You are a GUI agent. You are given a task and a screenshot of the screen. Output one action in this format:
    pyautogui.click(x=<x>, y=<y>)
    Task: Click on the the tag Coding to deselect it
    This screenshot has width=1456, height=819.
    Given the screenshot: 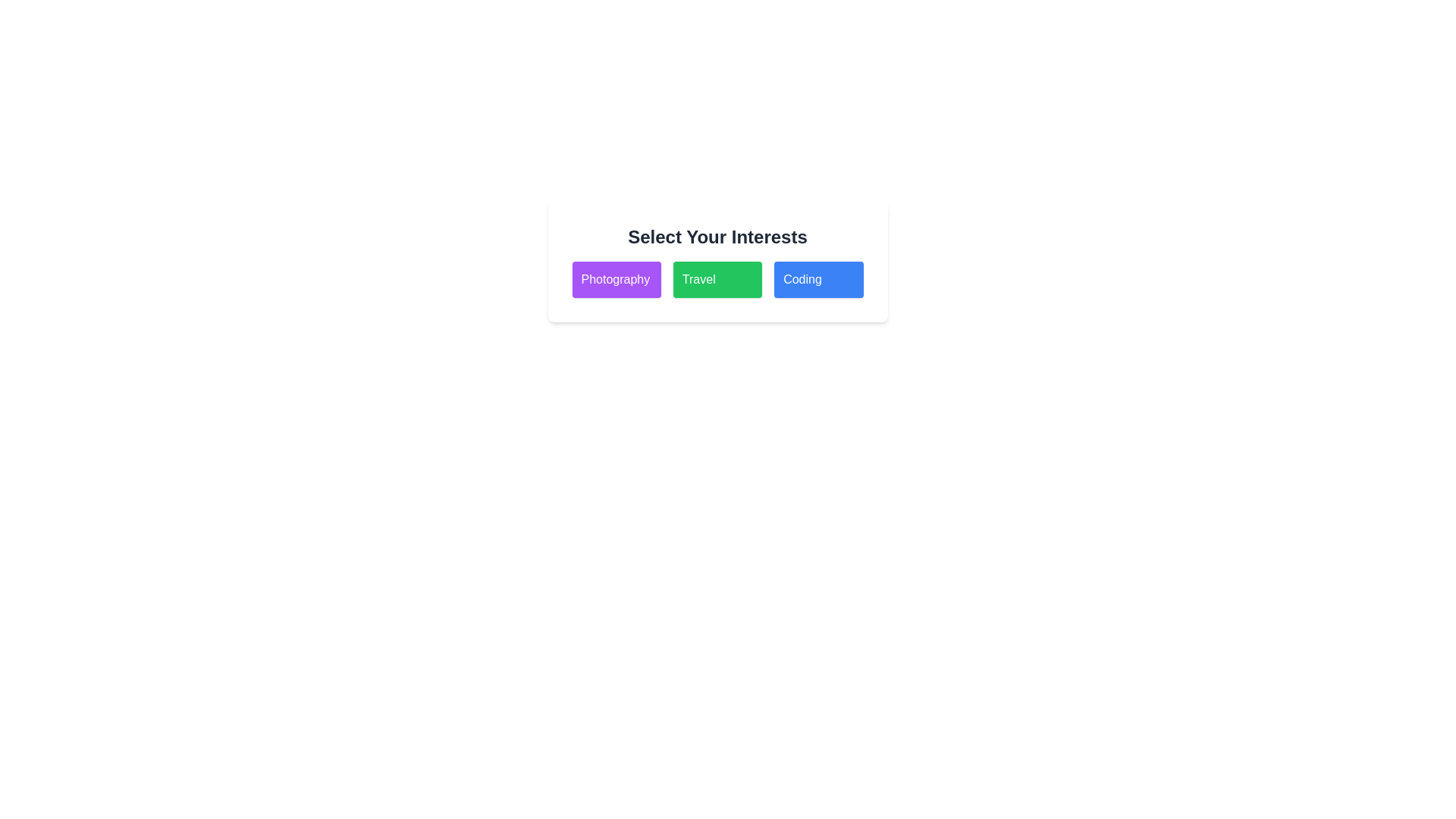 What is the action you would take?
    pyautogui.click(x=818, y=280)
    